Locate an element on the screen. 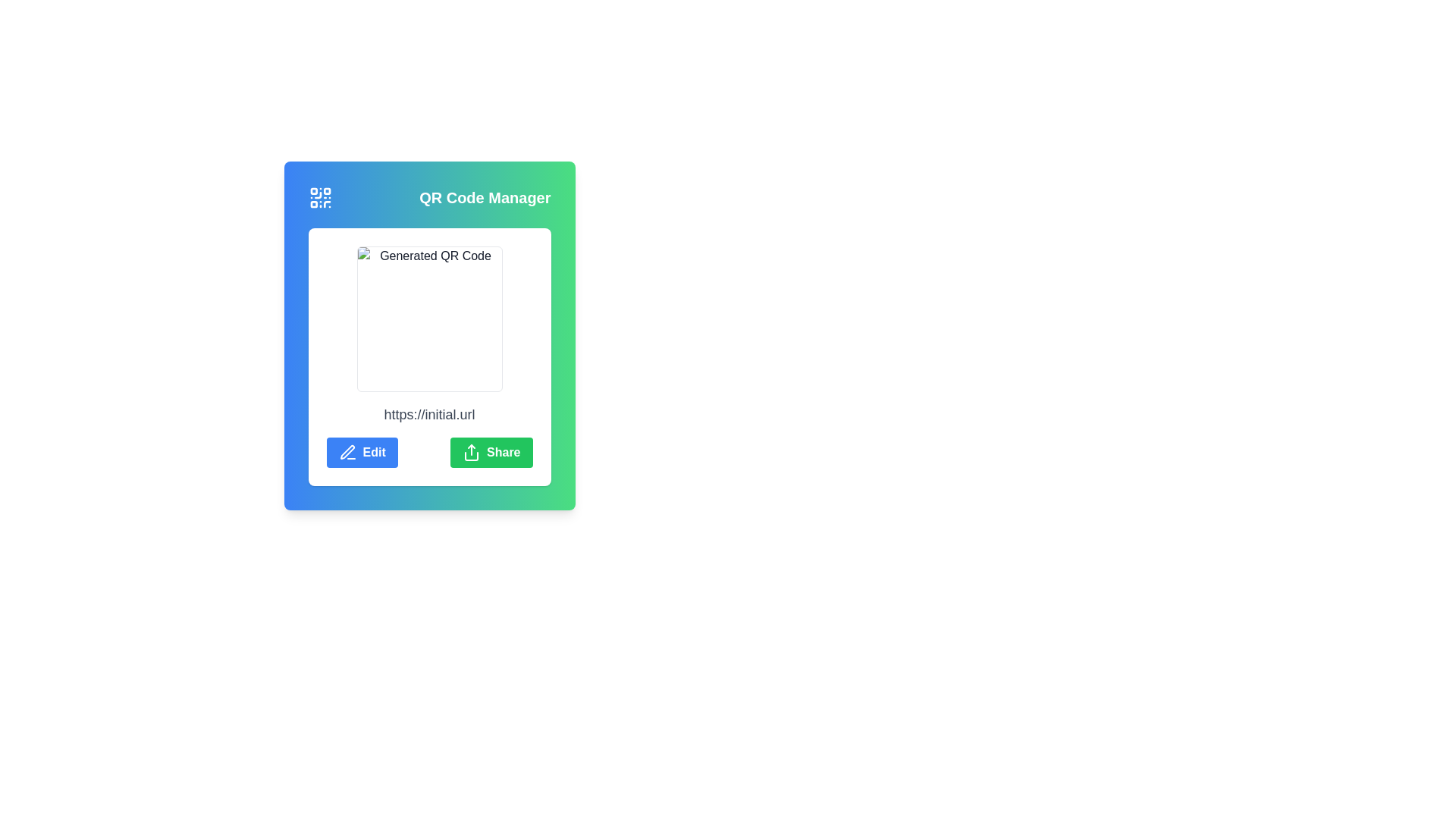 The height and width of the screenshot is (819, 1456). the Text Display element that shows the URL 'https://initial.url', centrally aligned in light gray font, located within a card section at the bottom middle of the UI is located at coordinates (428, 415).